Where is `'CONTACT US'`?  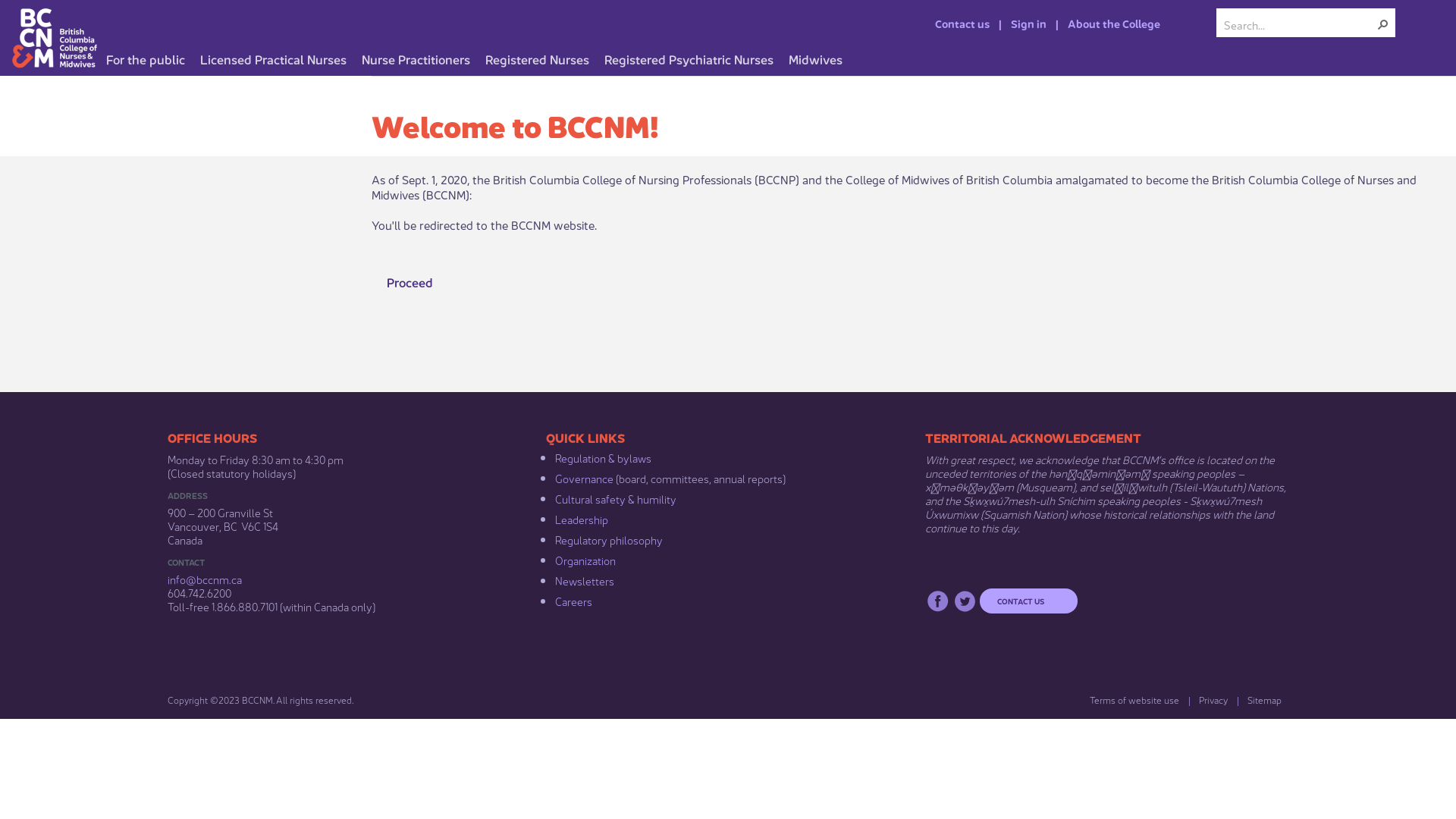 'CONTACT US' is located at coordinates (1028, 600).